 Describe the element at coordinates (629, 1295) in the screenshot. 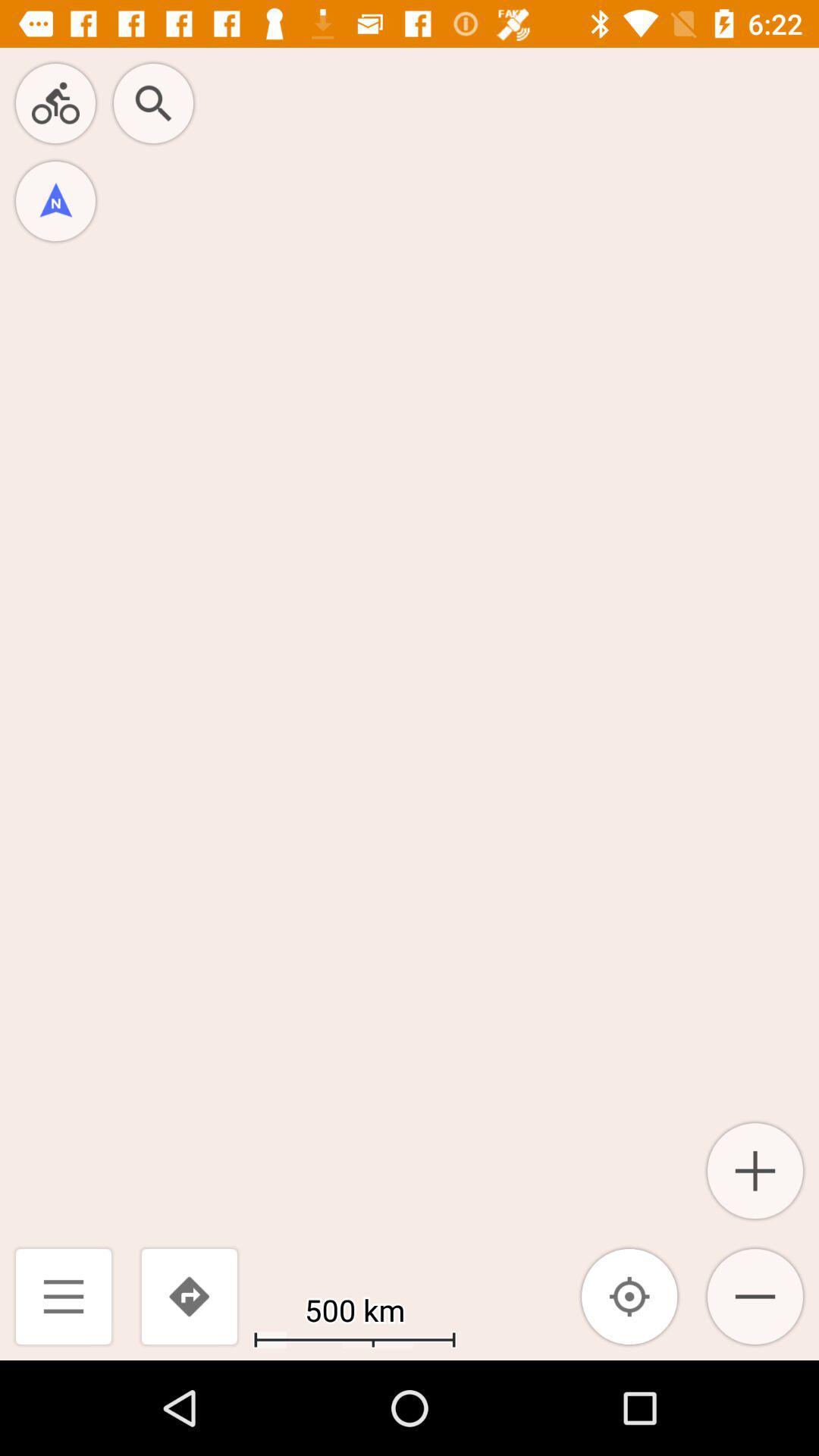

I see `the icon next to the 500 km item` at that location.